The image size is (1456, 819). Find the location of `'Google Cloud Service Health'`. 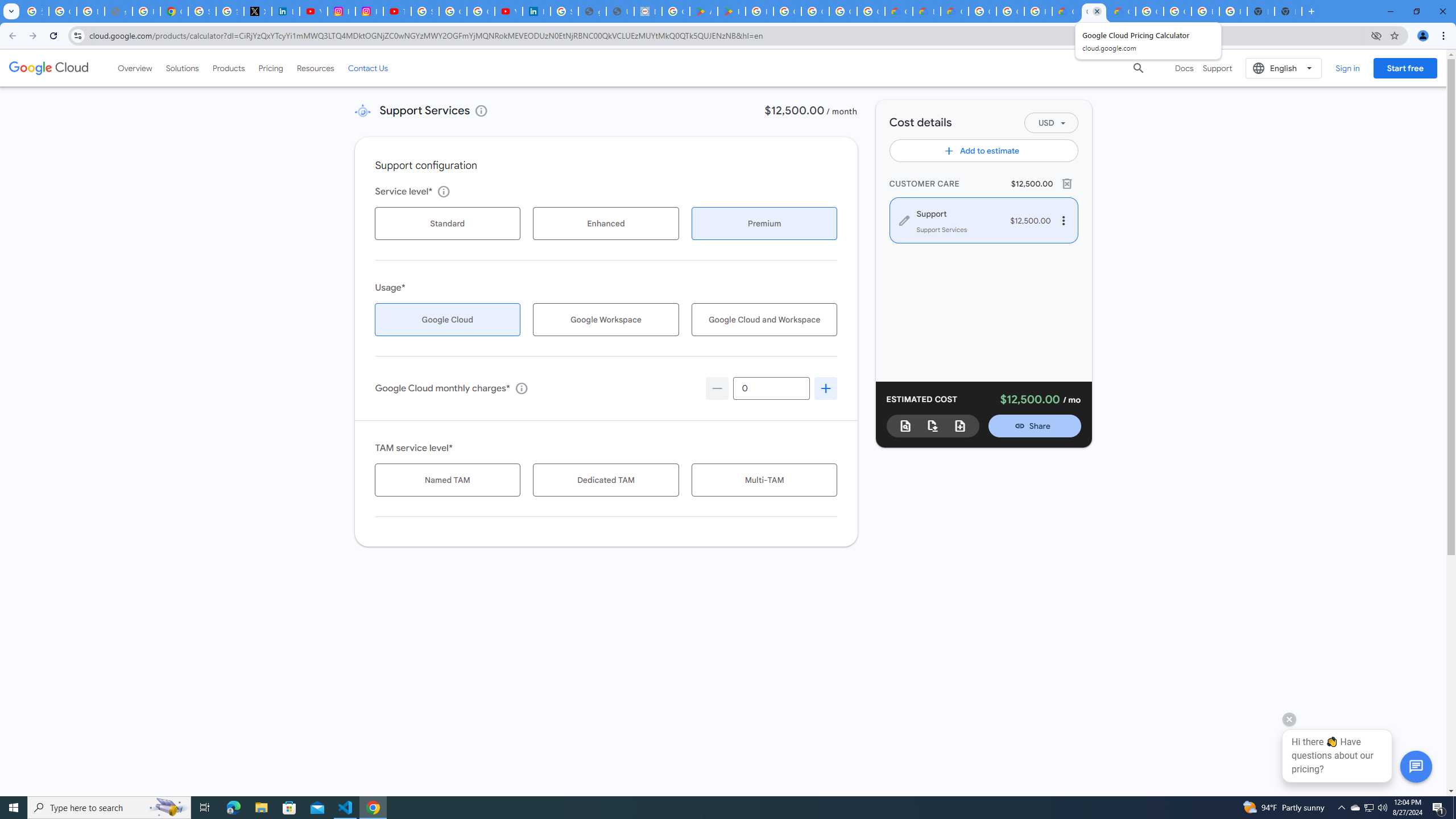

'Google Cloud Service Health' is located at coordinates (1122, 11).